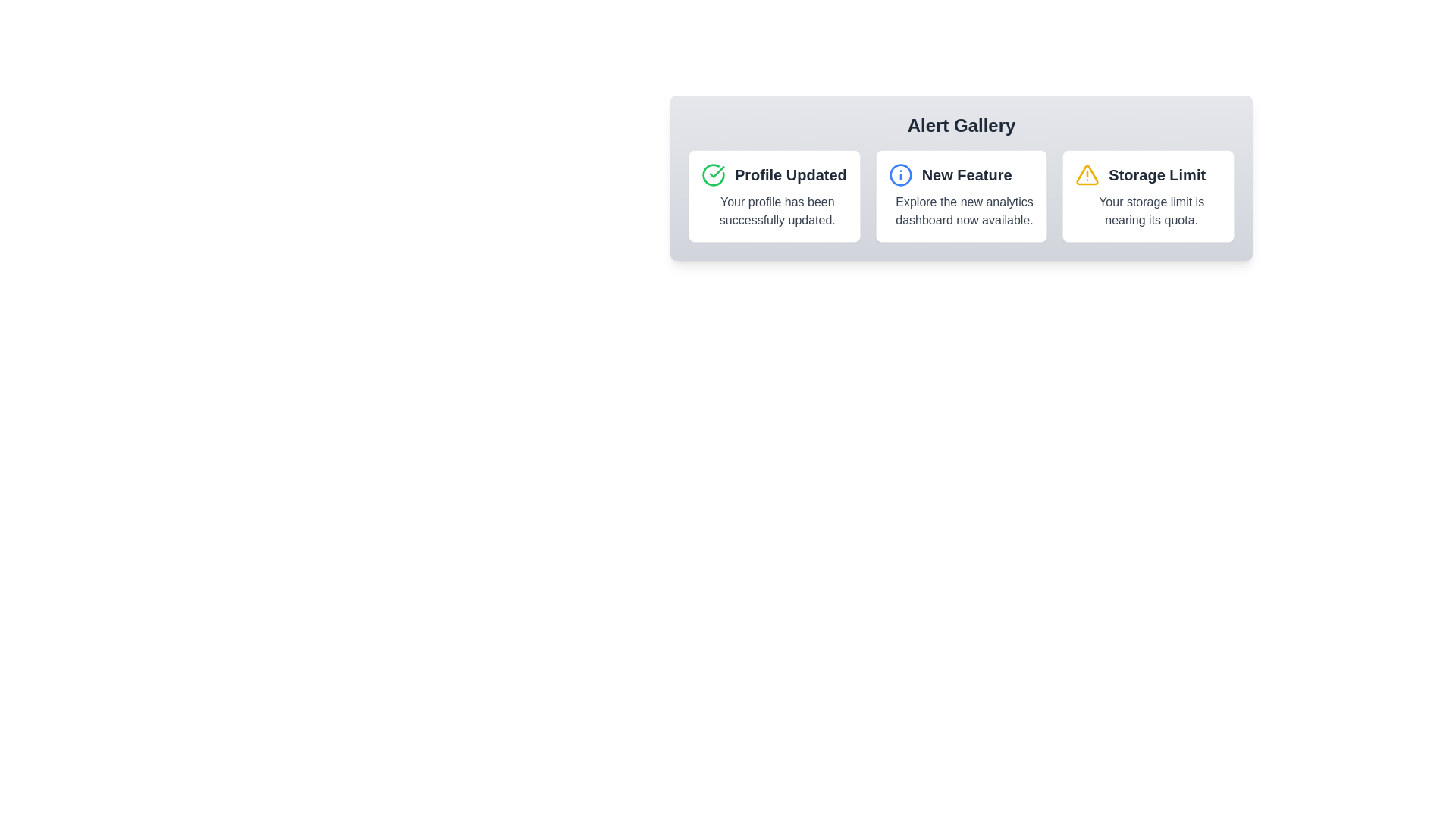  I want to click on the circular graphical element that is part of the SVG graphic representing an information symbol, located in the center of the 'New Feature' card in the Alert Gallery, so click(900, 174).